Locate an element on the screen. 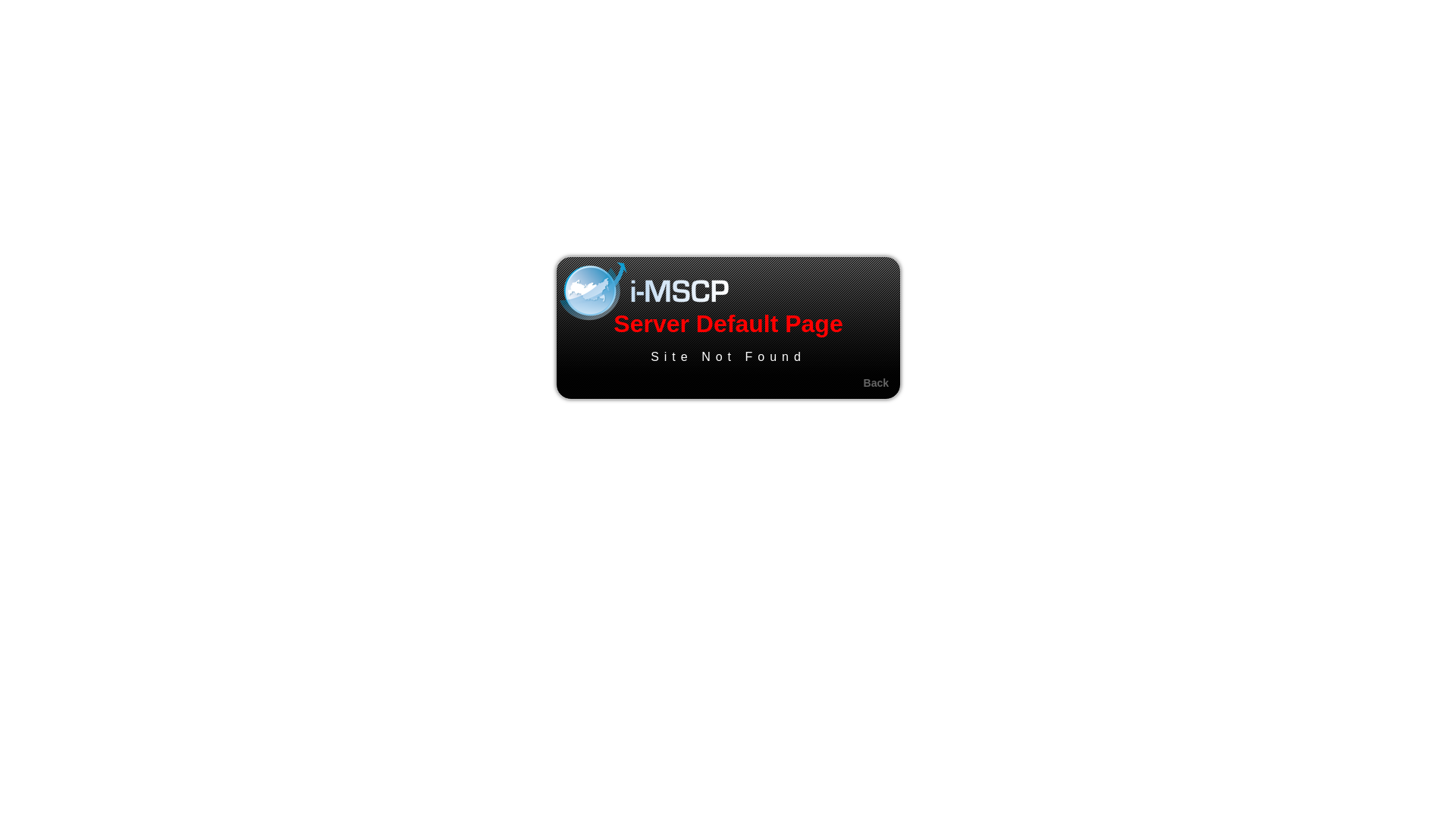  'Back' is located at coordinates (876, 382).